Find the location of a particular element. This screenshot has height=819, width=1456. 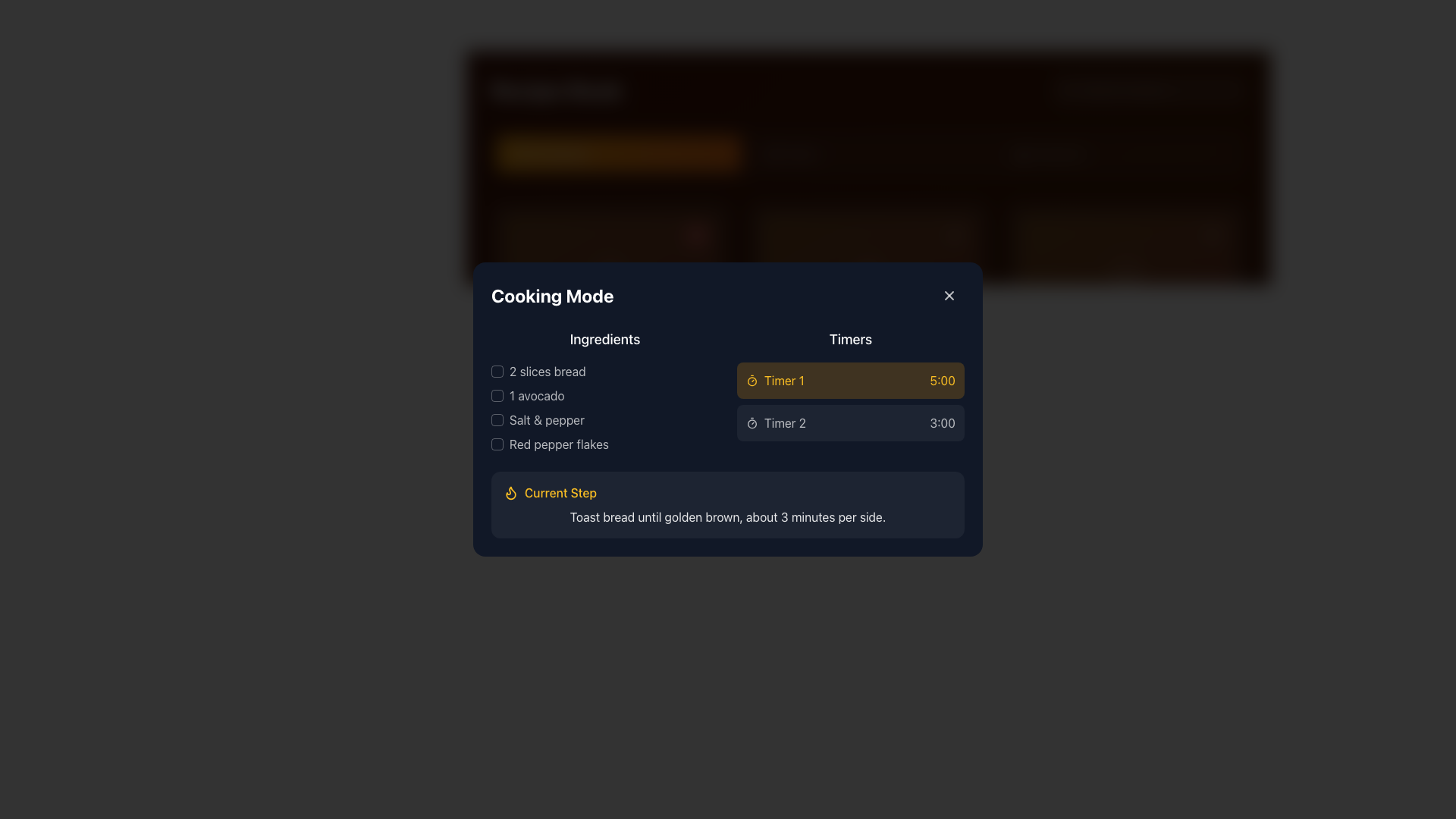

the interactive timer element located in the 'Timers' section of the 'Cooking Mode' card, positioned above 'Timer 2' is located at coordinates (851, 391).